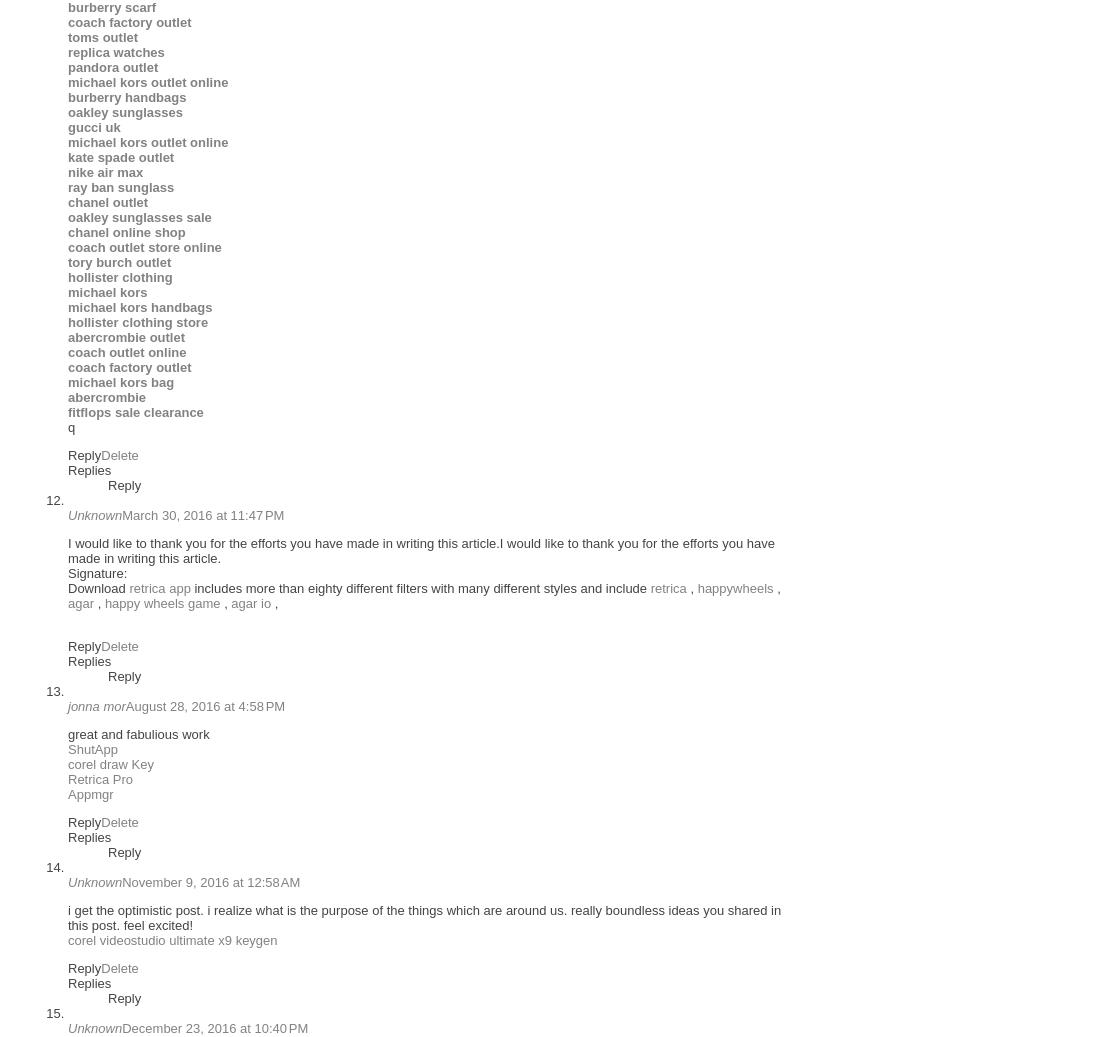 Image resolution: width=1108 pixels, height=1037 pixels. I want to click on 'great and fabulious work', so click(67, 734).